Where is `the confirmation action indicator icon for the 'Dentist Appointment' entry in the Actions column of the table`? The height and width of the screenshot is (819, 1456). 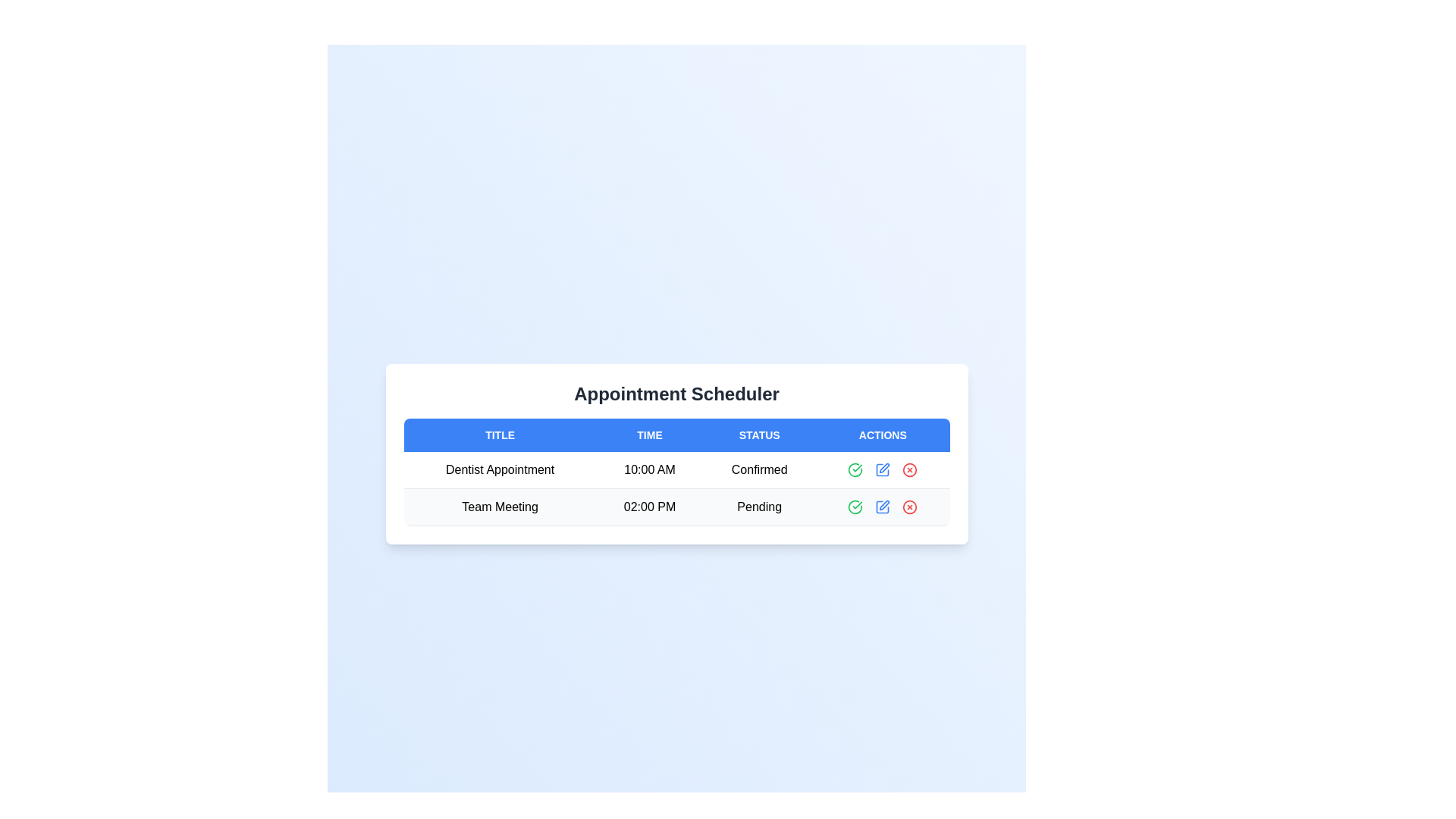 the confirmation action indicator icon for the 'Dentist Appointment' entry in the Actions column of the table is located at coordinates (855, 507).